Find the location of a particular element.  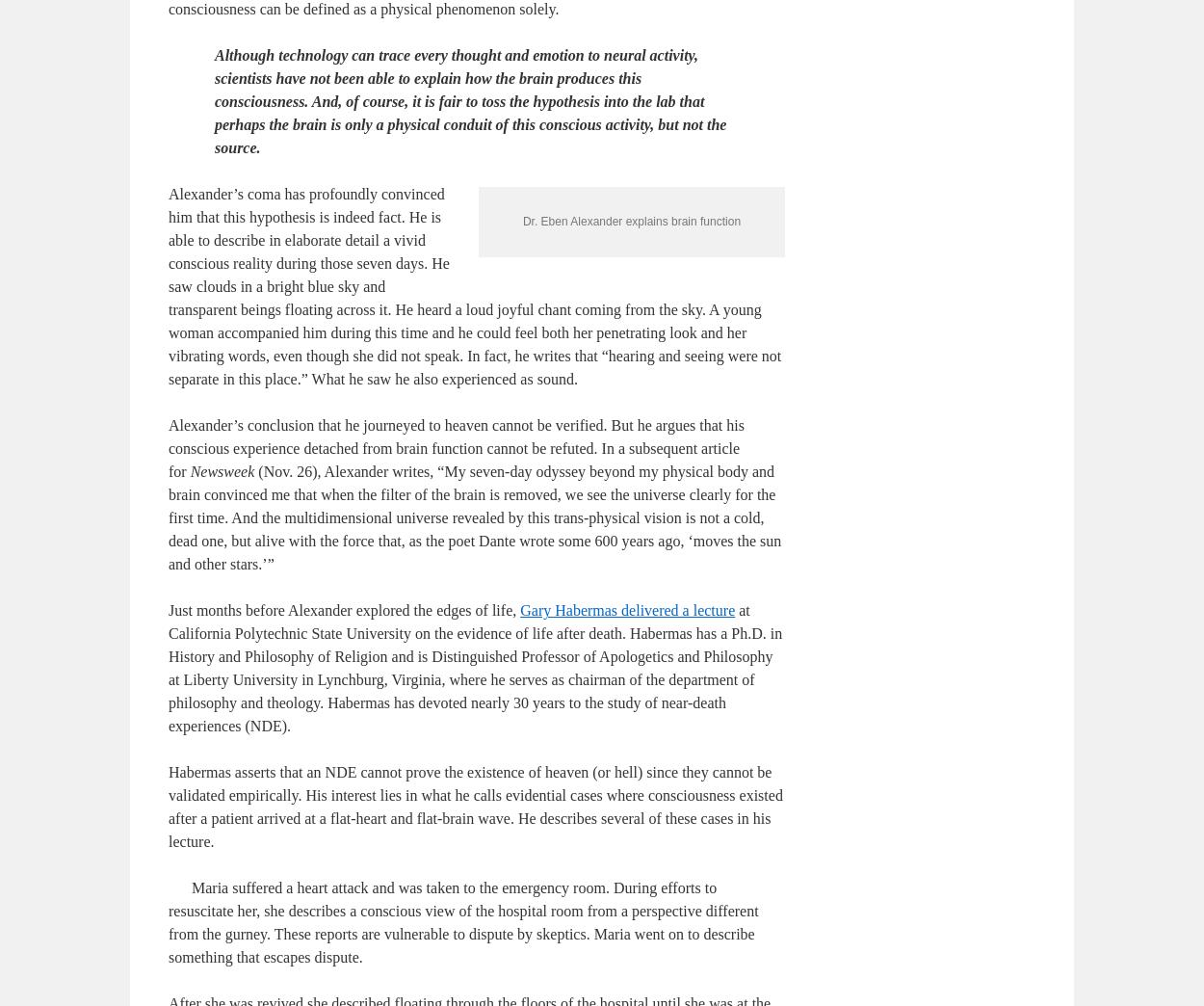

'Alexander’s coma has profoundly convinced him that this hypothesis is indeed fact. He is able to describe in elaborate detail a vivid conscious reality during those seven days. He saw clouds in a bright blue sky and transparent beings floating across it. He heard a loud joyful chant coming from the sky. A young woman accompanied him during this time and he could feel both her penetrating look and her vibrating words, even though she did not speak. In fact, he writes that “hearing and seeing were not separate in this place.” What he saw he also experienced as sound.' is located at coordinates (435, 412).